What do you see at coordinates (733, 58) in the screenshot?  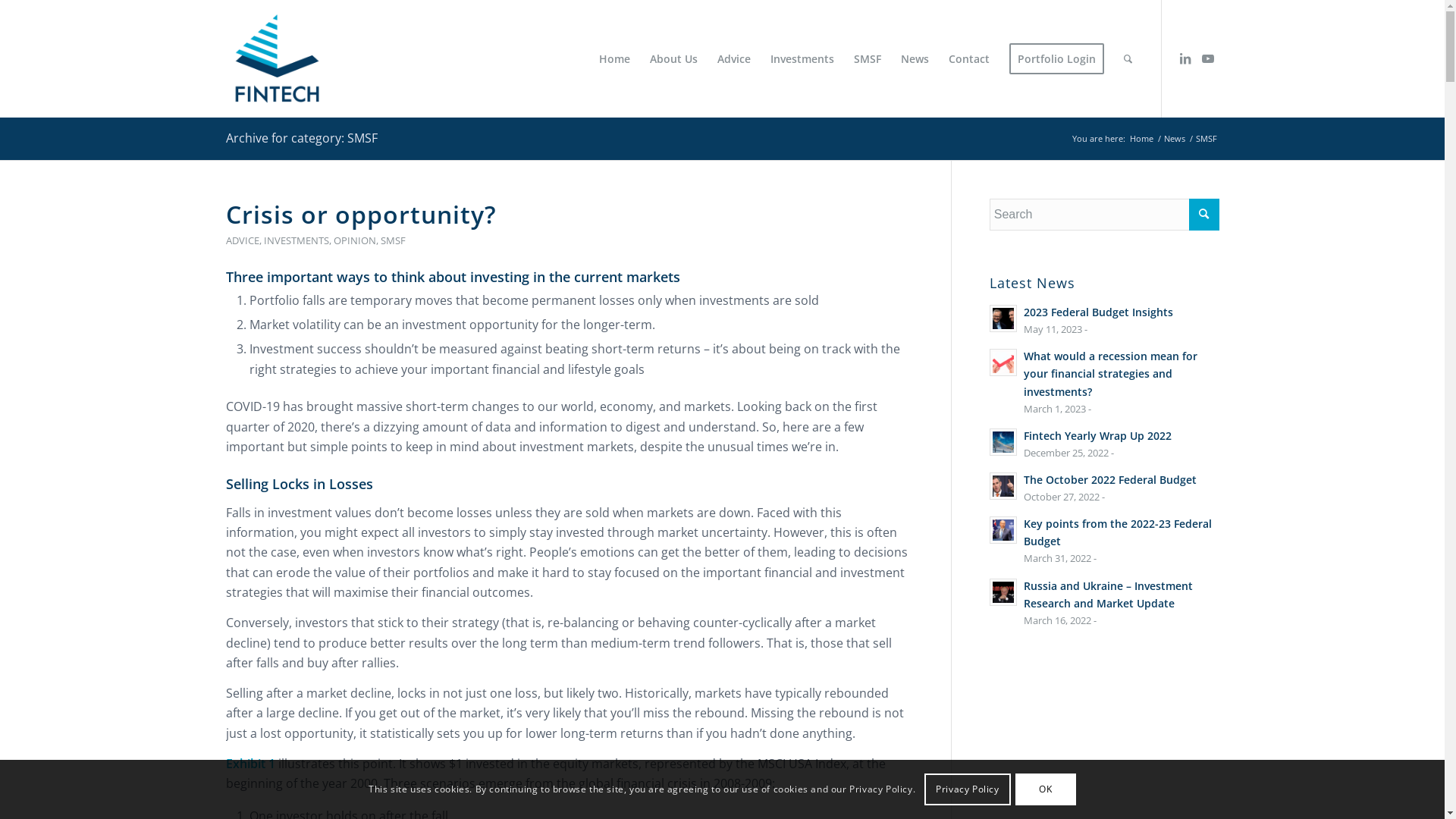 I see `'Advice'` at bounding box center [733, 58].